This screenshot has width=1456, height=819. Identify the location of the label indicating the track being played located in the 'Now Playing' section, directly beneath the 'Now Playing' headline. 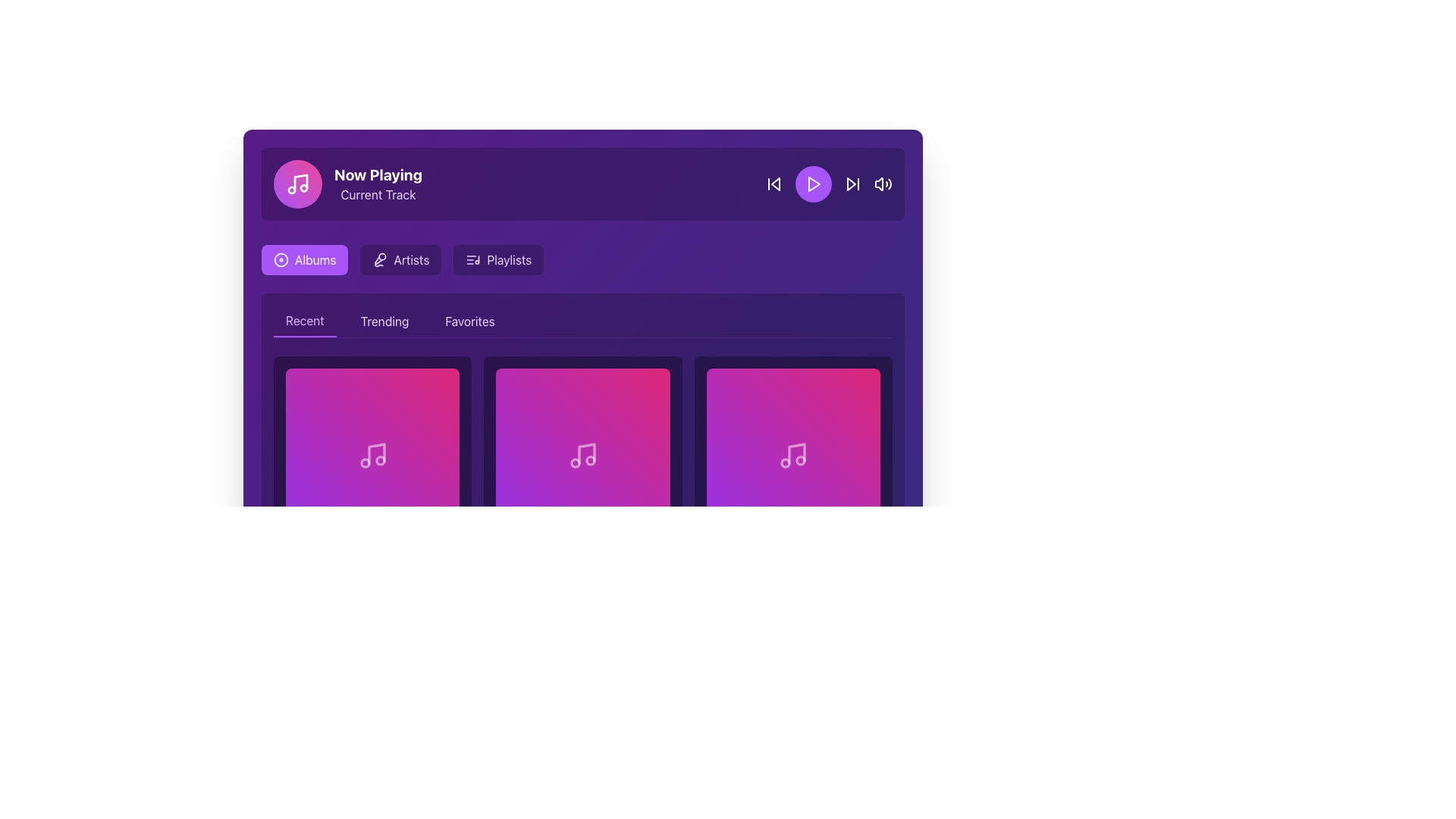
(378, 194).